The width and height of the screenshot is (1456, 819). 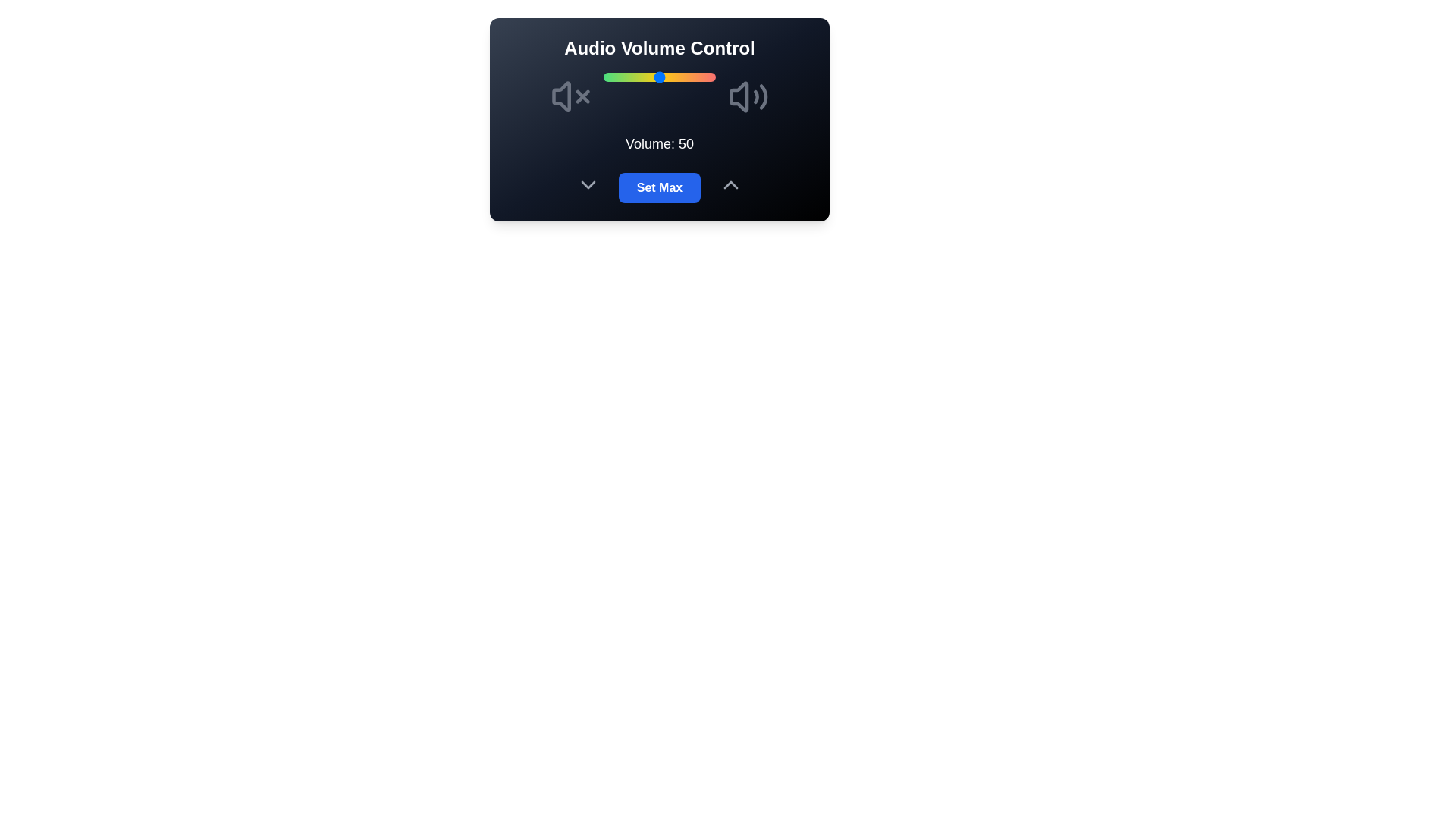 I want to click on the volume slider to 96 percent, so click(x=711, y=77).